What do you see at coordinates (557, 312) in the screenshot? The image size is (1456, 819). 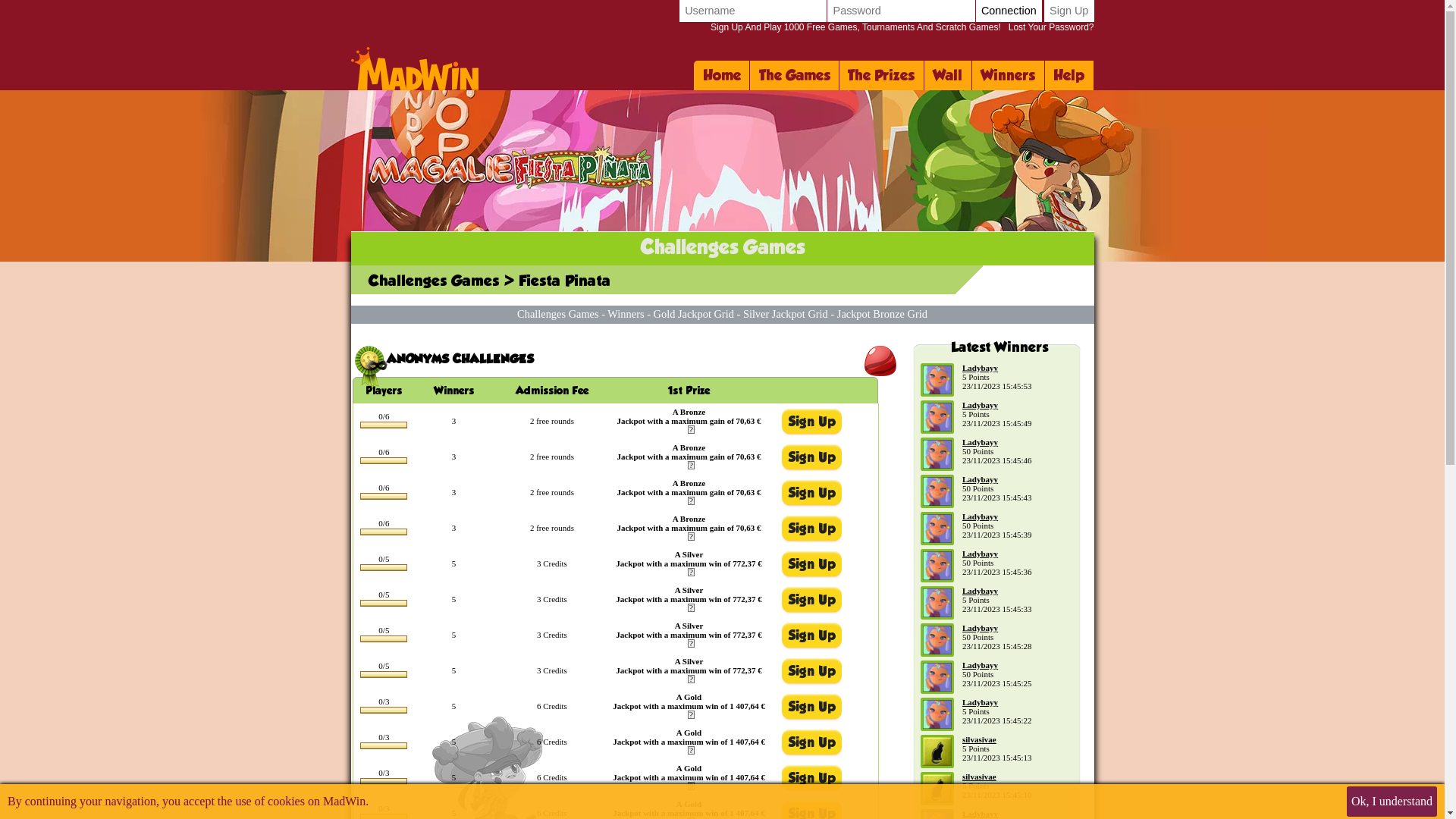 I see `'Challenges Games'` at bounding box center [557, 312].